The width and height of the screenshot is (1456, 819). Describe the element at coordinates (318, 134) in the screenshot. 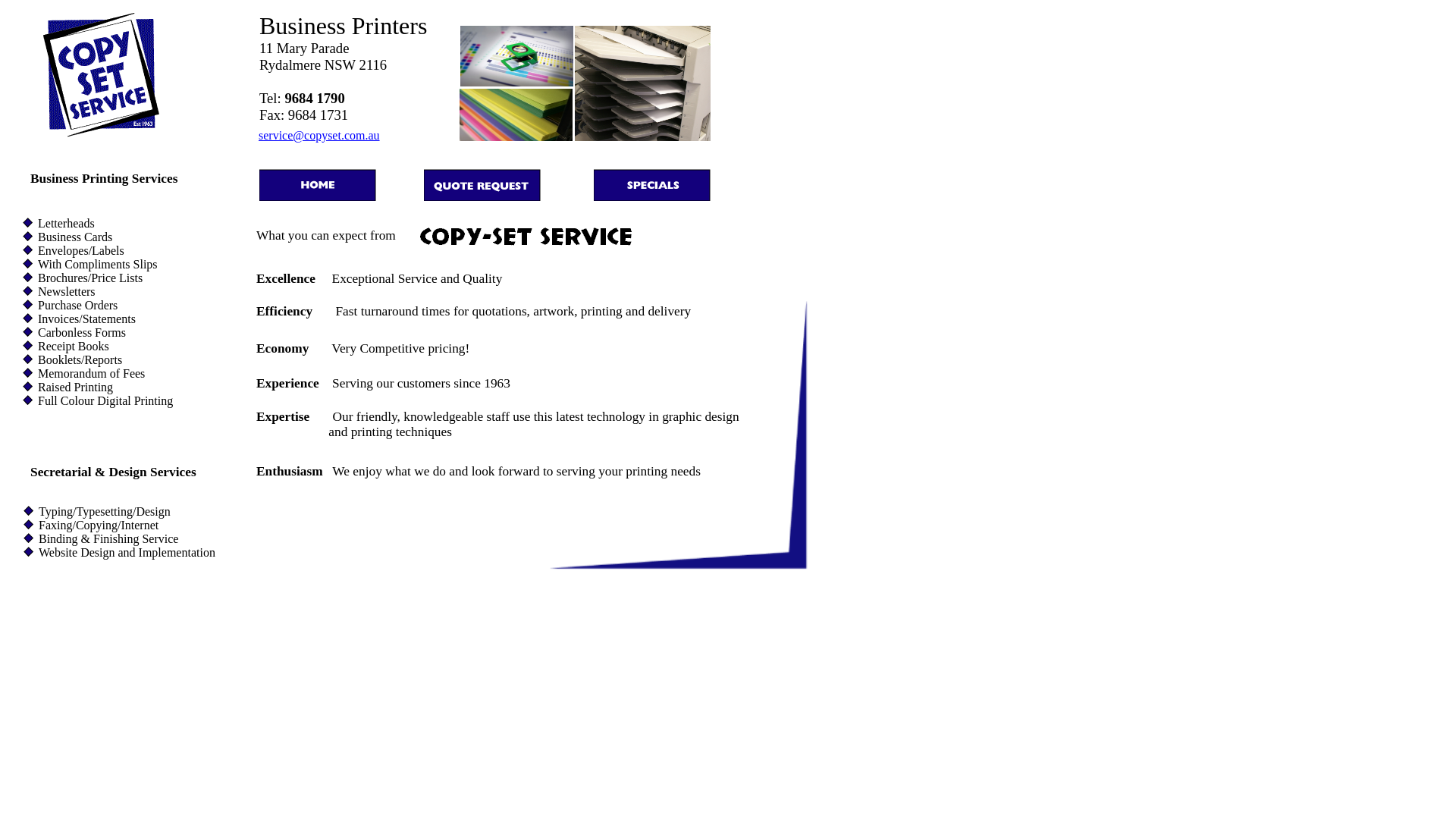

I see `'service@copyset.com.au'` at that location.